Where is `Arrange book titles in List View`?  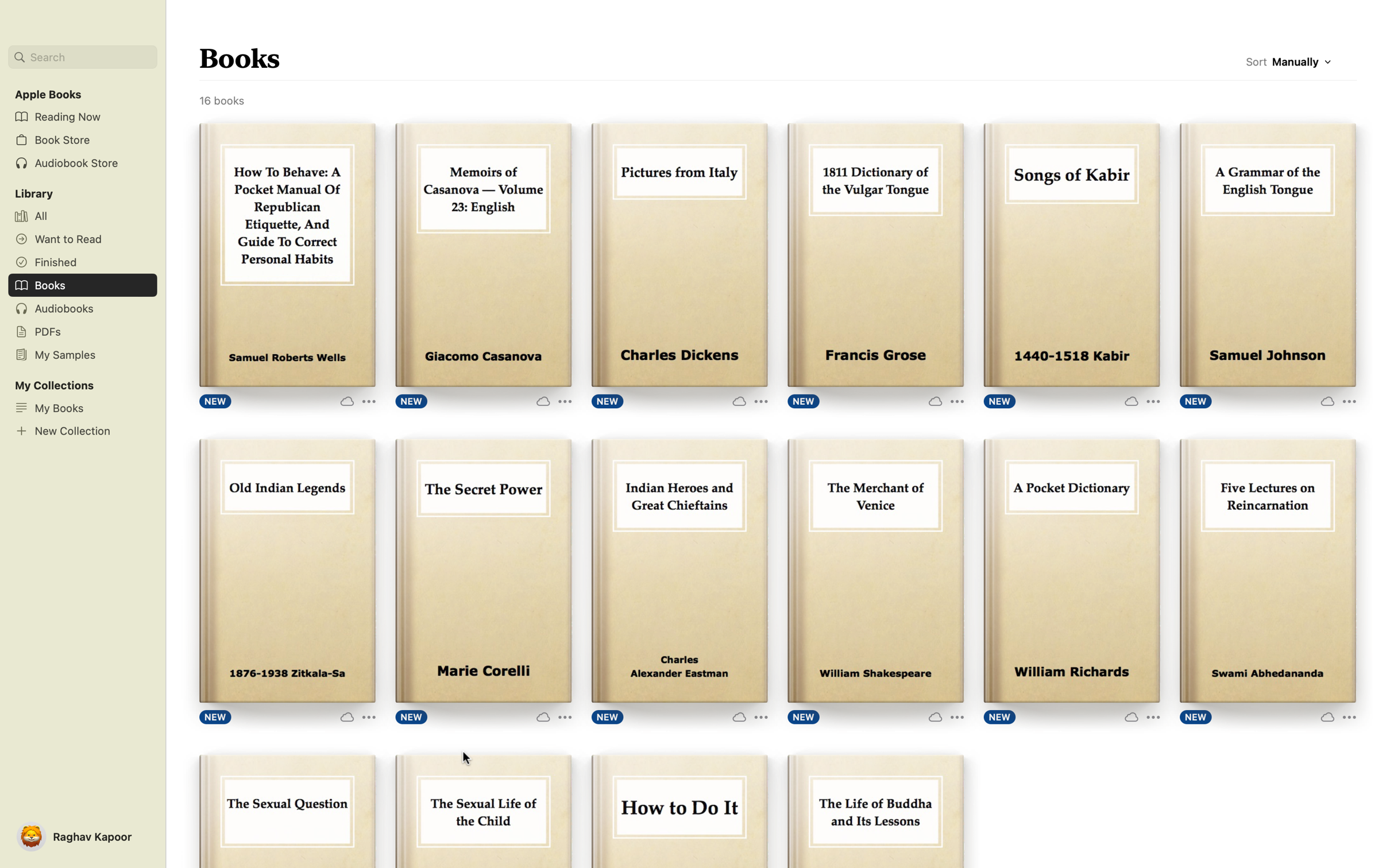
Arrange book titles in List View is located at coordinates (1303, 64).